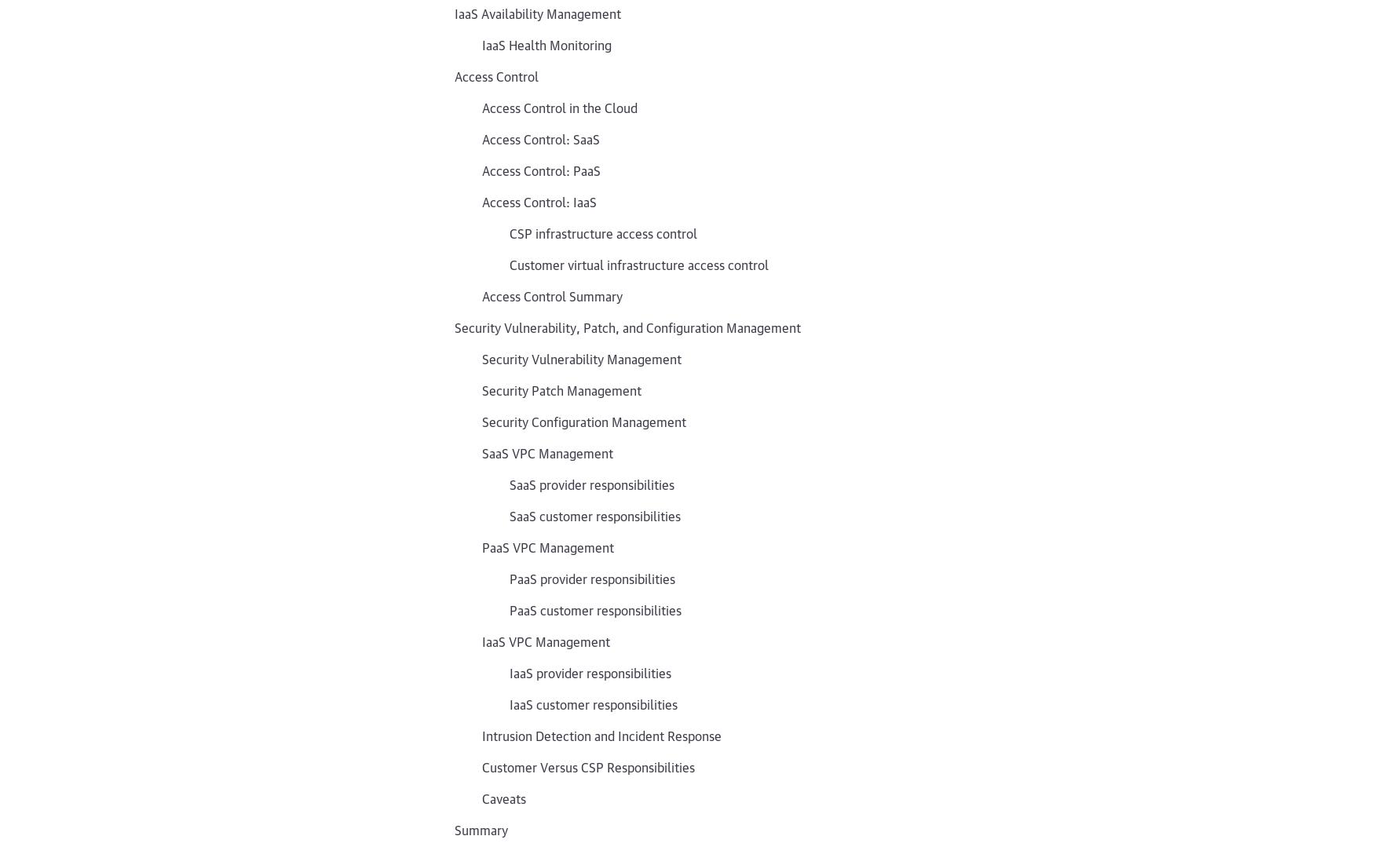 Image resolution: width=1400 pixels, height=847 pixels. Describe the element at coordinates (591, 576) in the screenshot. I see `'PaaS provider responsibilities'` at that location.